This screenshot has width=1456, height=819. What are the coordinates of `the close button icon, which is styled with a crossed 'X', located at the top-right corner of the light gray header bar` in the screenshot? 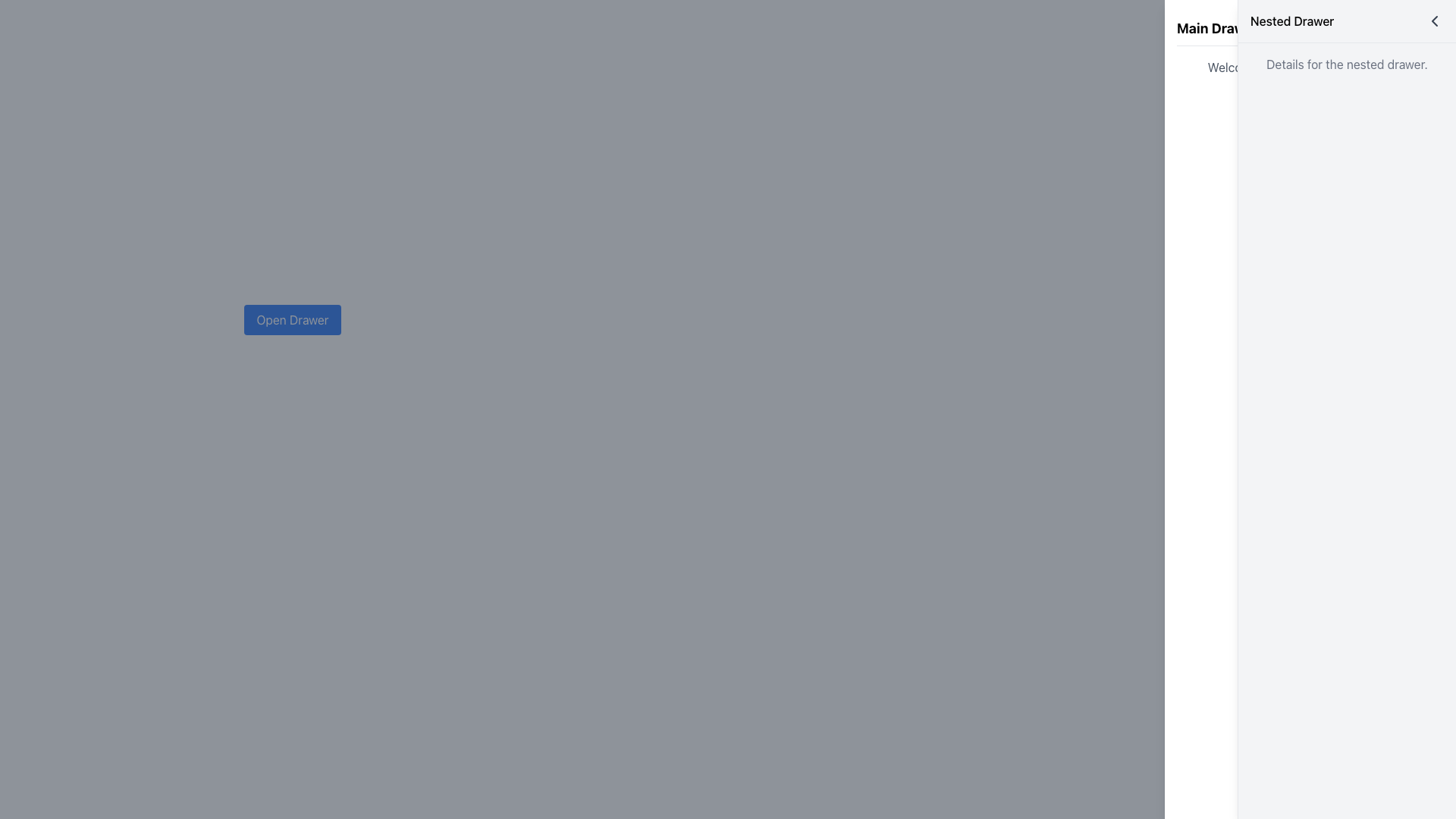 It's located at (1433, 29).